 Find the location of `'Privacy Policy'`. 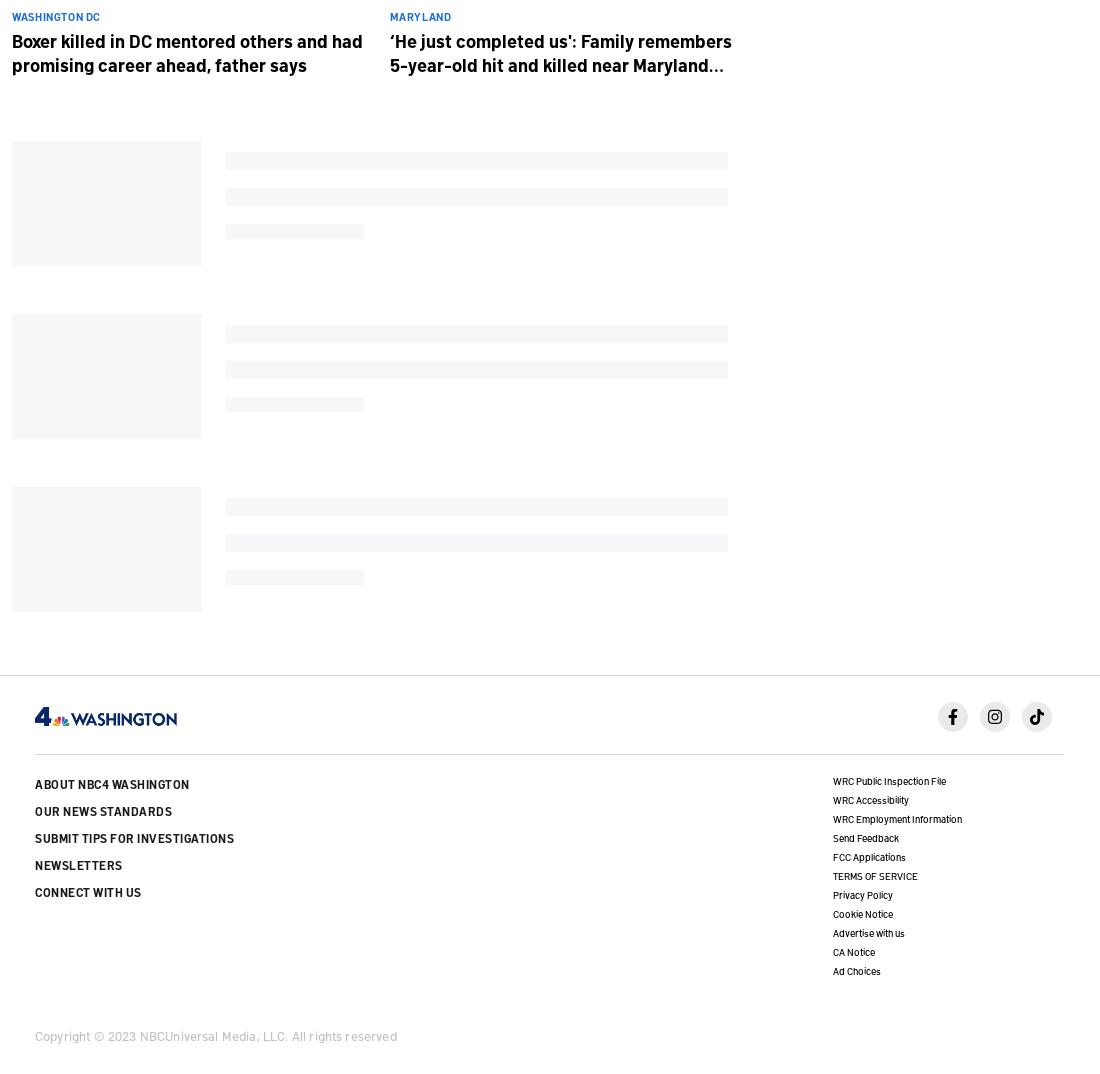

'Privacy Policy' is located at coordinates (861, 892).